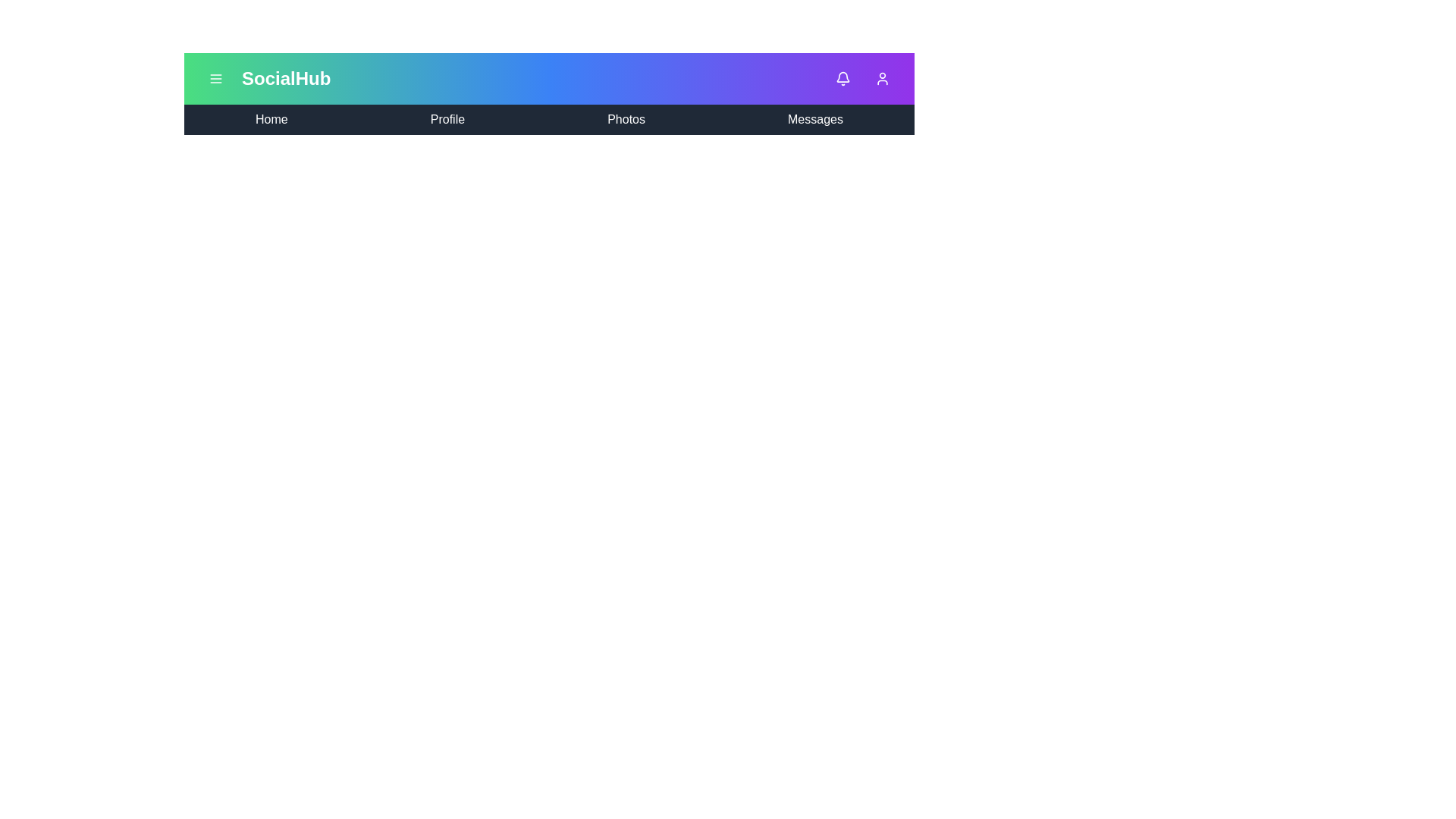 The width and height of the screenshot is (1456, 819). Describe the element at coordinates (626, 119) in the screenshot. I see `the navigation item Photos to see the hover effect` at that location.